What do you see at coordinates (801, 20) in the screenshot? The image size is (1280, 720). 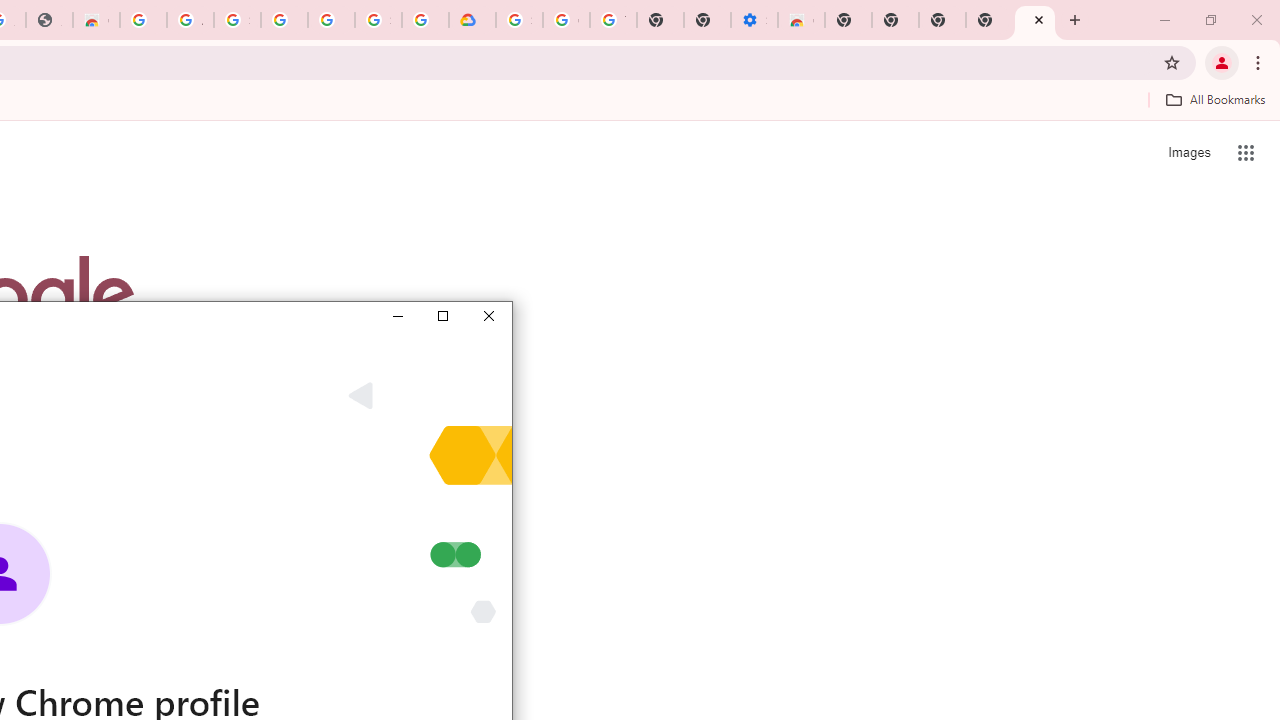 I see `'Chrome Web Store - Accessibility extensions'` at bounding box center [801, 20].